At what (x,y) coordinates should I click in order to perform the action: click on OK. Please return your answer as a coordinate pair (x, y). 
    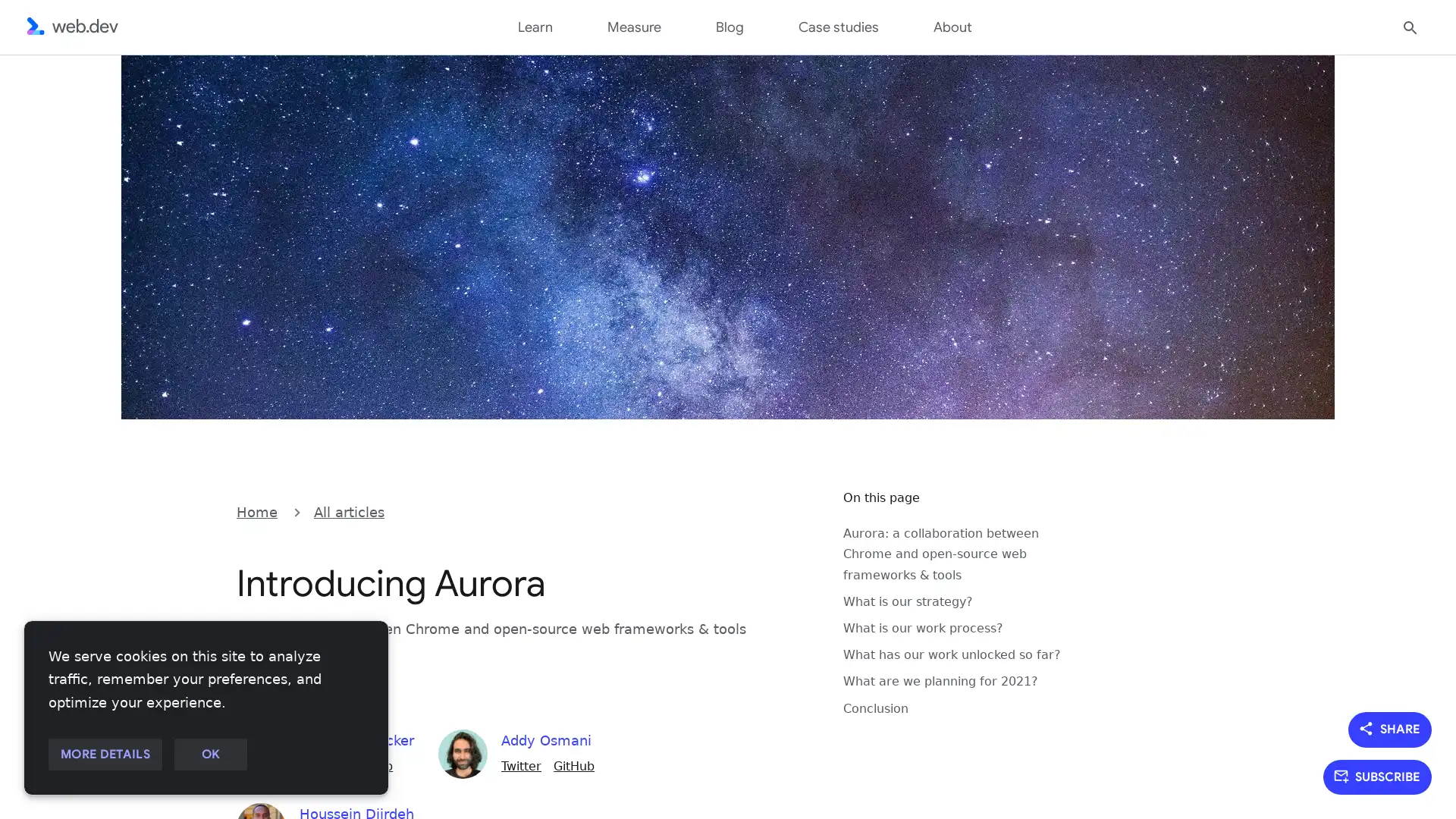
    Looking at the image, I should click on (209, 755).